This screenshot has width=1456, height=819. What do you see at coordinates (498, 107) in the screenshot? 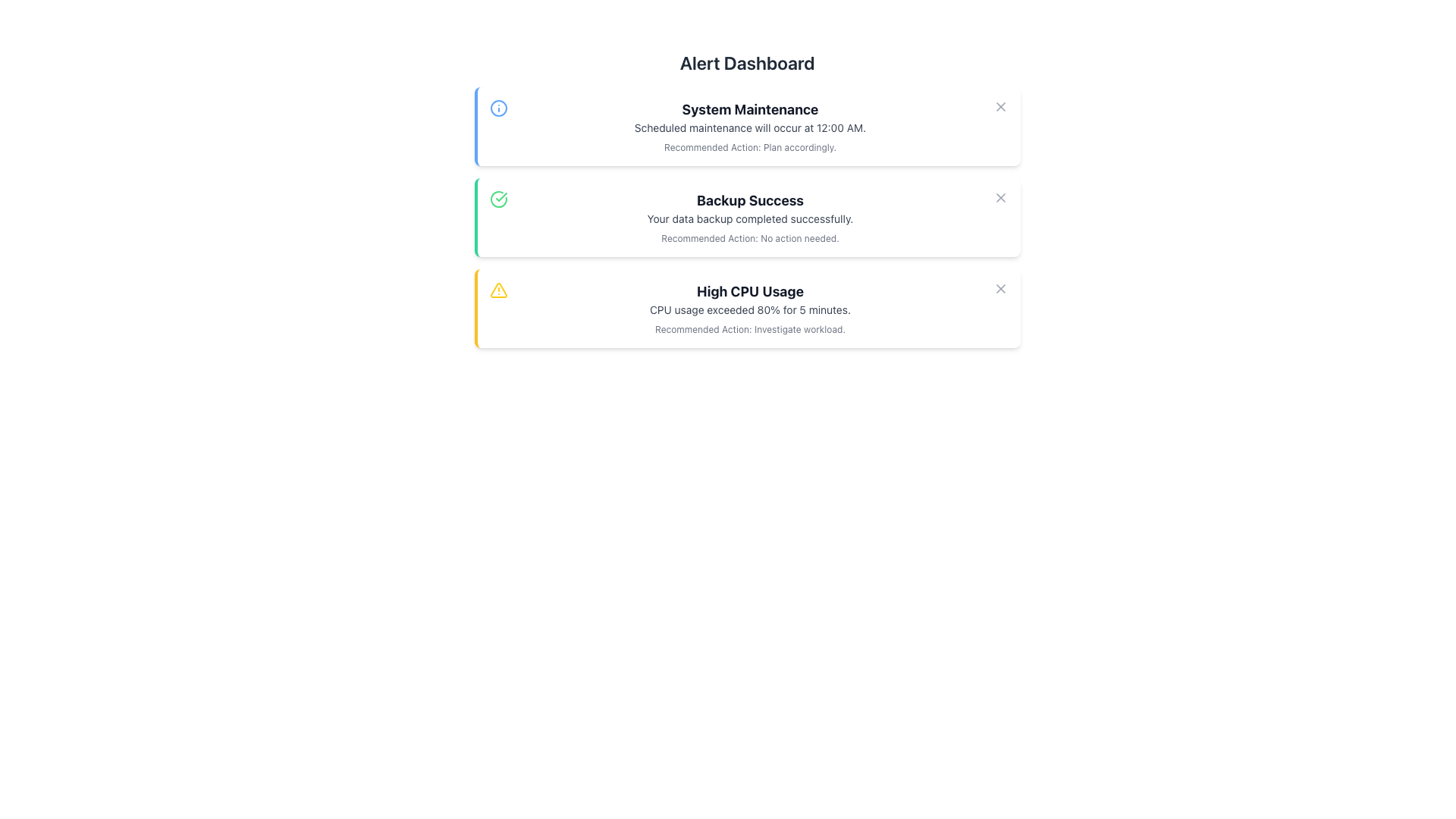
I see `the information icon in the top left corner of the 'System Maintenance' notification card to understand the nature of the notification` at bounding box center [498, 107].